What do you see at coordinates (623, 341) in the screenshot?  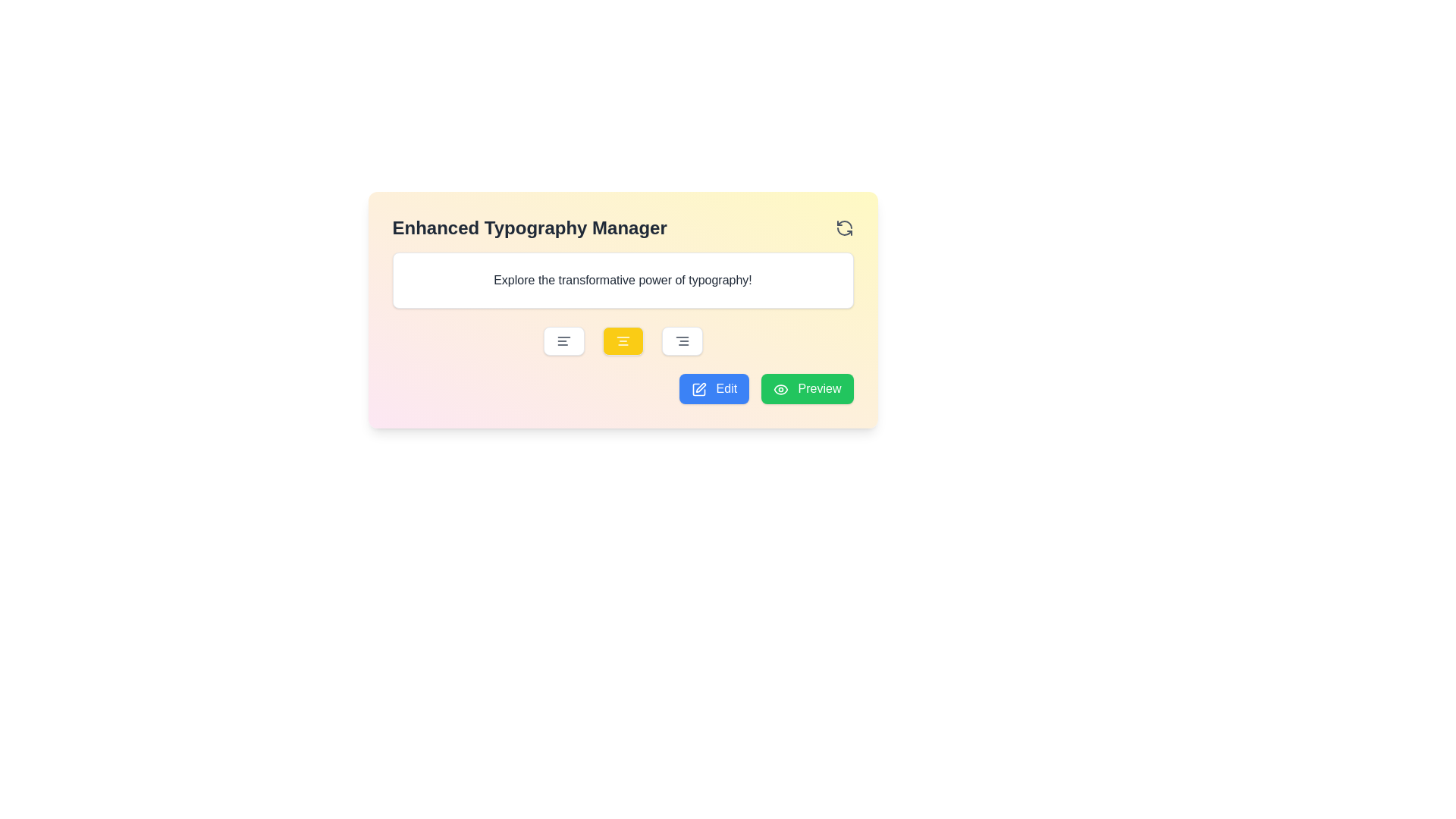 I see `the center alignment button located between the left and right alignment buttons` at bounding box center [623, 341].